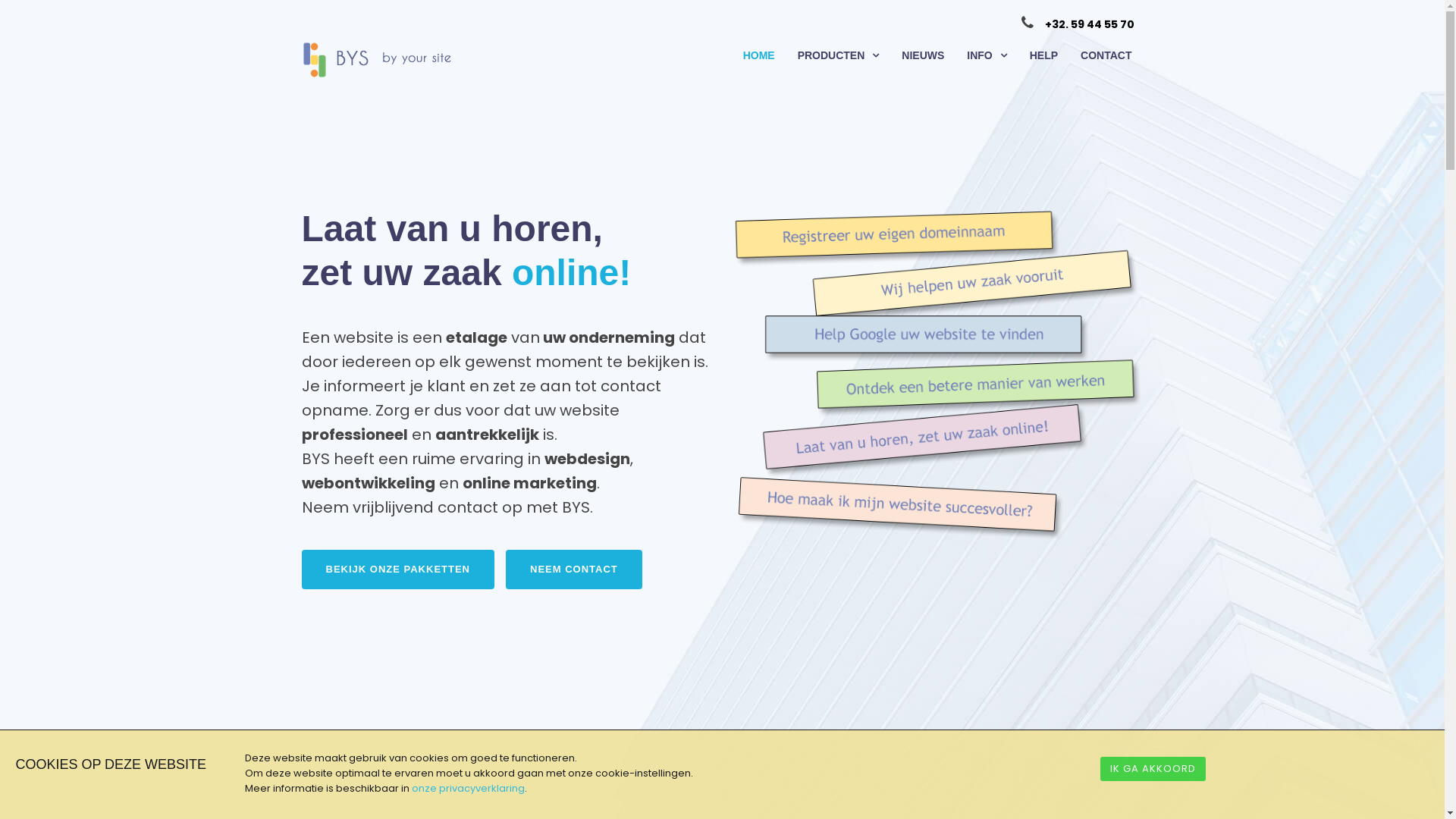  Describe the element at coordinates (922, 55) in the screenshot. I see `'NIEUWS'` at that location.